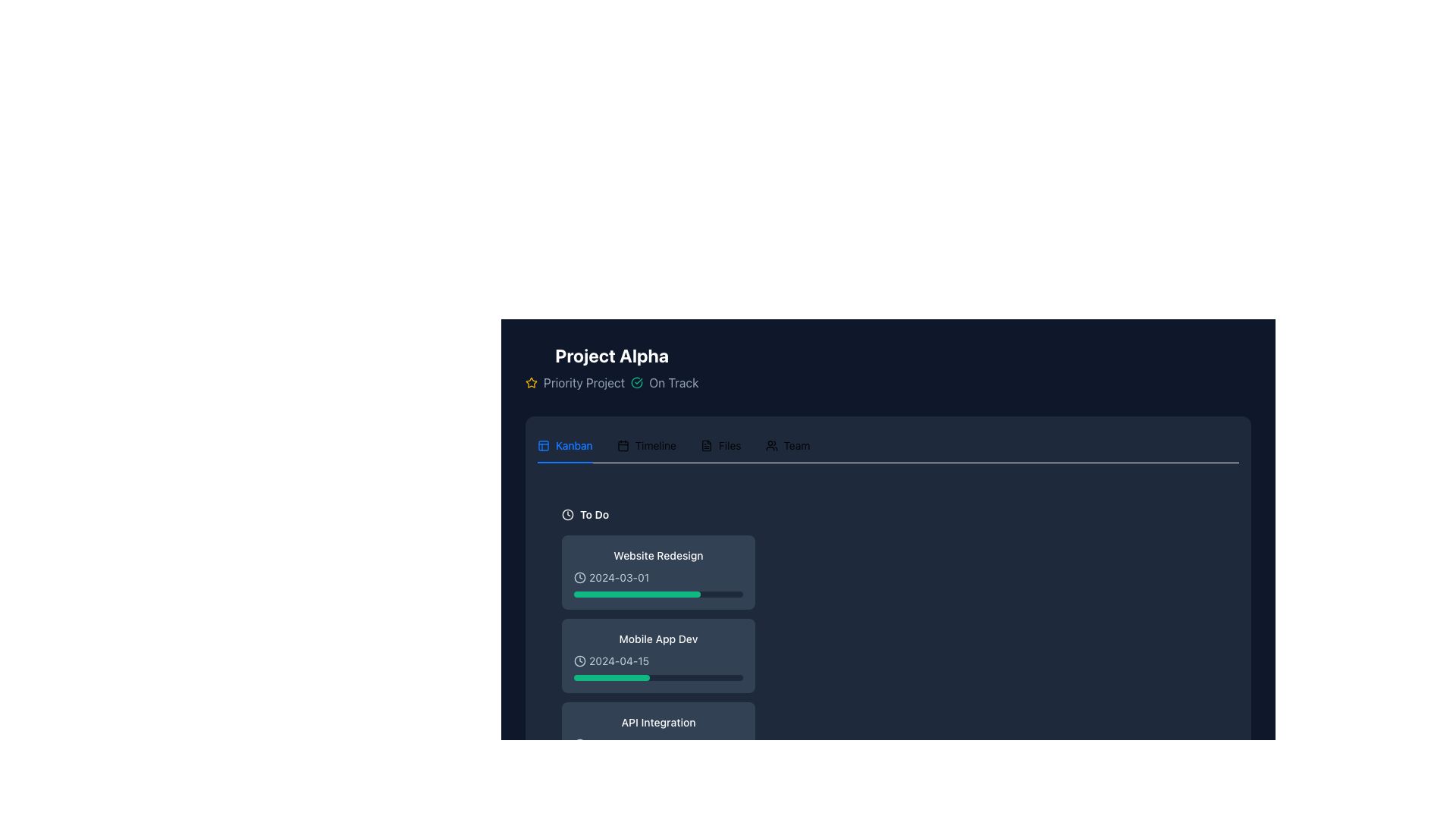 This screenshot has height=819, width=1456. Describe the element at coordinates (646, 444) in the screenshot. I see `the 'Timeline' navigation tab` at that location.